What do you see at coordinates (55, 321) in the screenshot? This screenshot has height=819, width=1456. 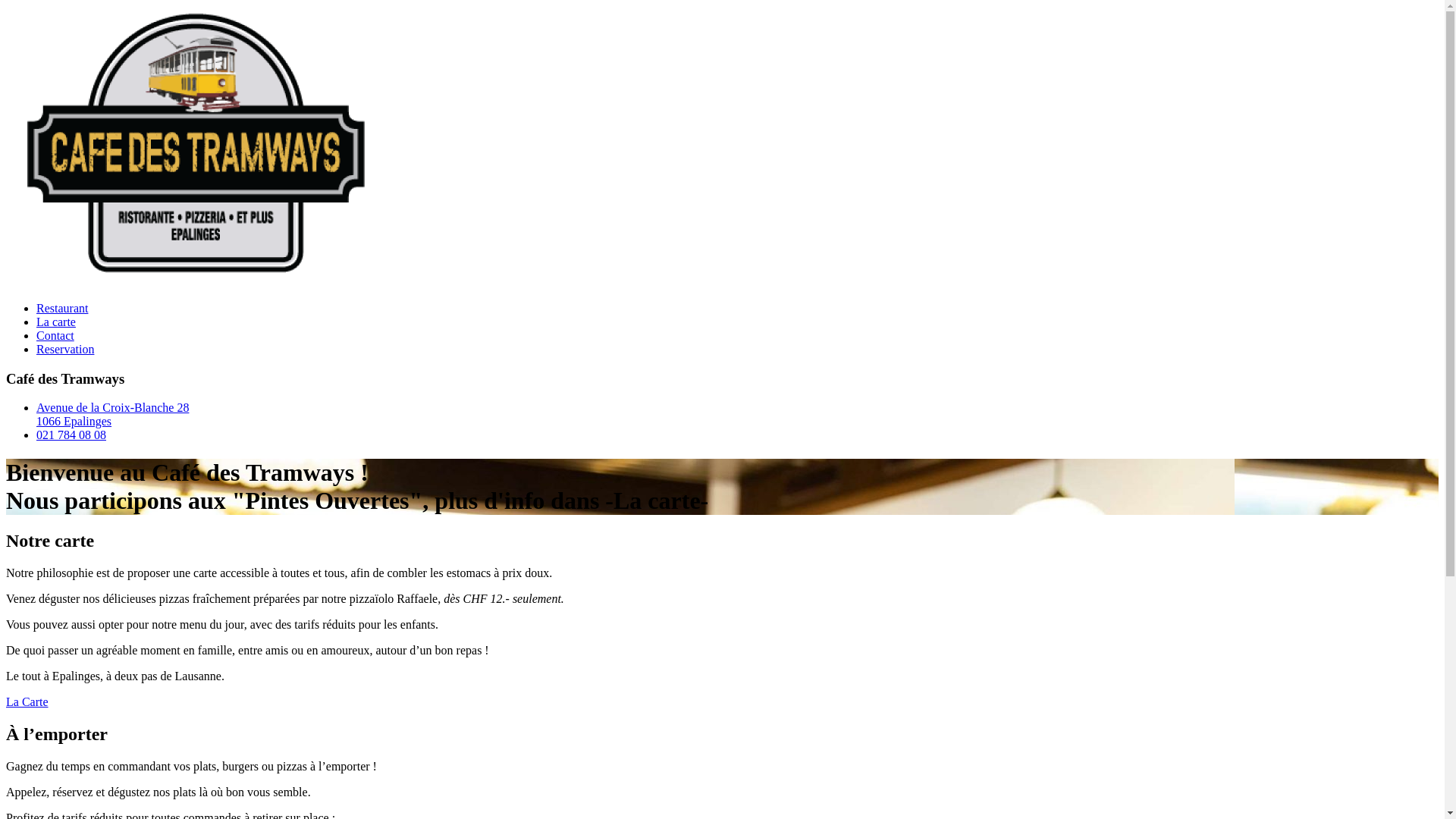 I see `'La carte'` at bounding box center [55, 321].